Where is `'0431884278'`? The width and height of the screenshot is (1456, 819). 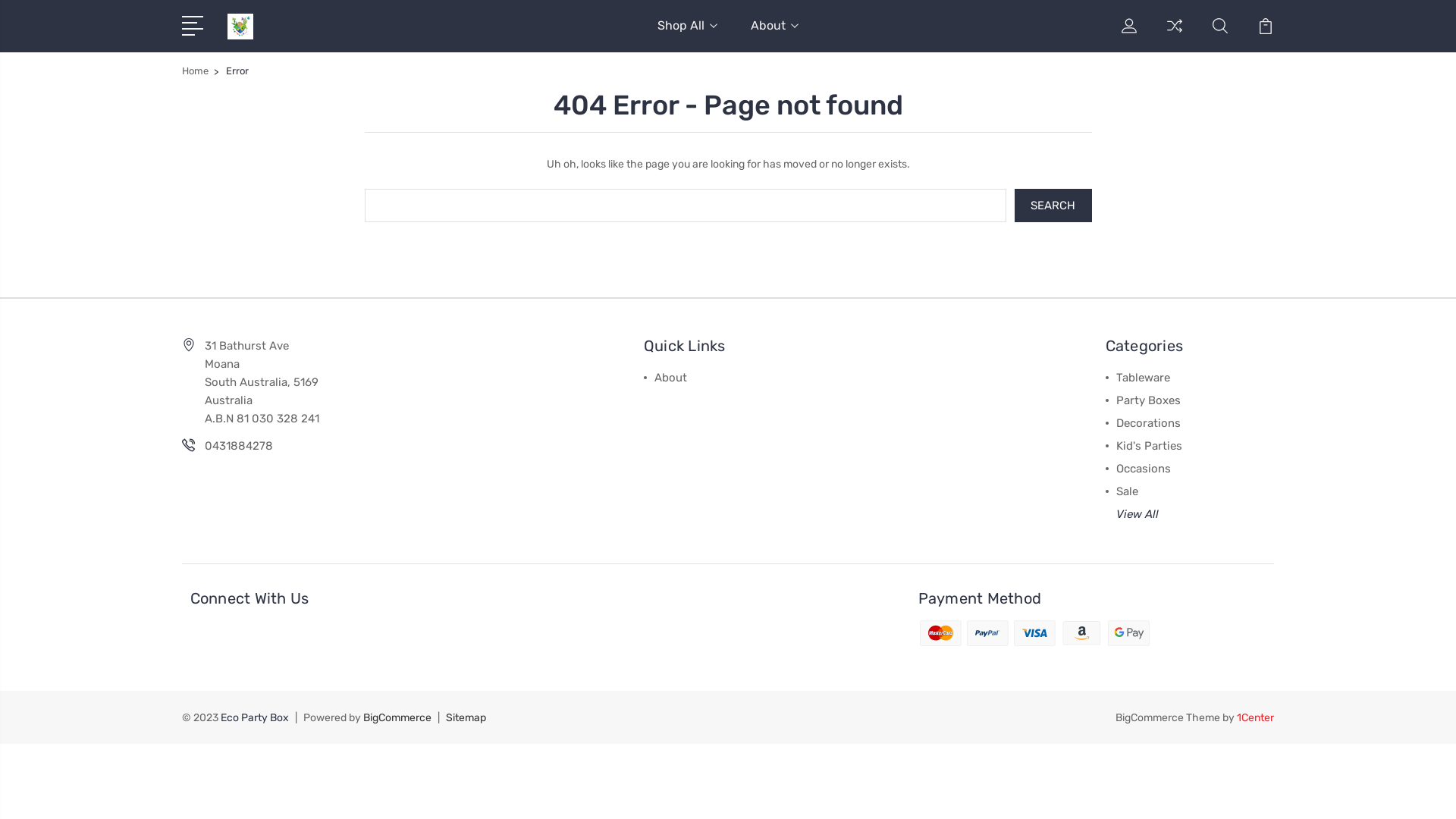 '0431884278' is located at coordinates (238, 444).